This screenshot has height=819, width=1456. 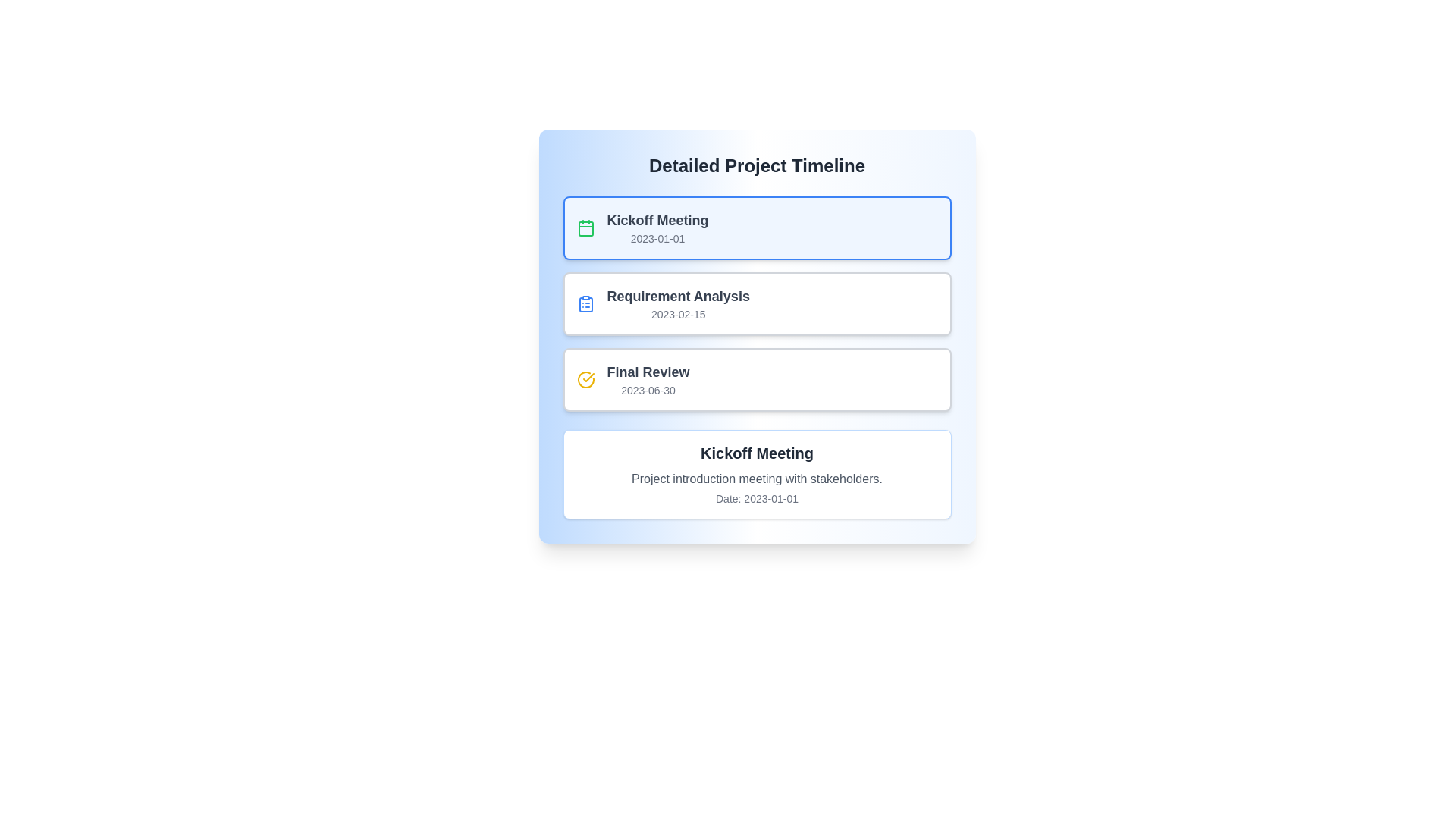 What do you see at coordinates (585, 304) in the screenshot?
I see `the blue clipboard icon with a list design located at the top-left of the 'Requirement Analysis' block in the timeline list` at bounding box center [585, 304].